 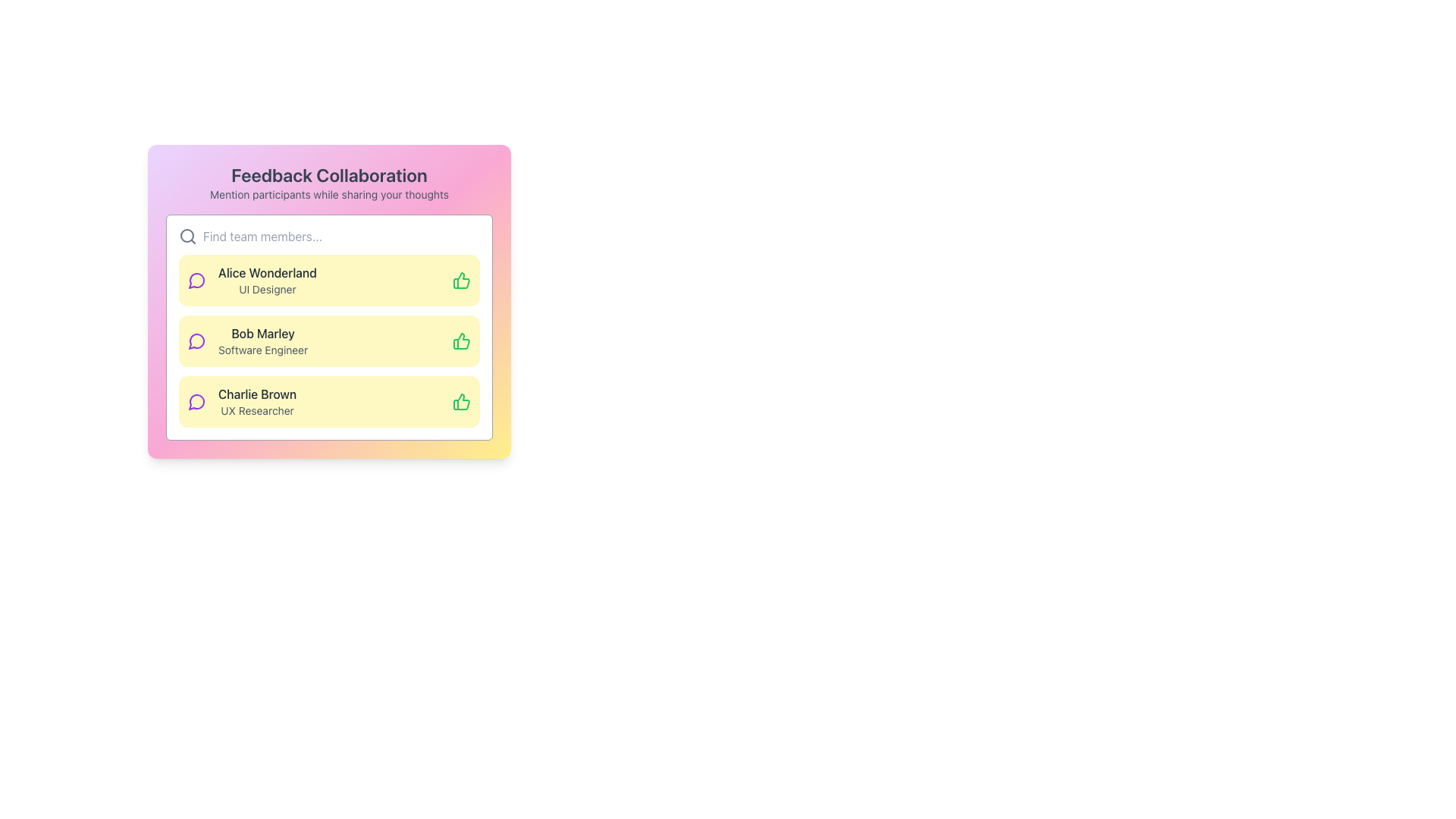 What do you see at coordinates (263, 350) in the screenshot?
I see `the text label displaying 'Software Engineer', which is located directly below the 'Bob Marley' text in the participant list` at bounding box center [263, 350].